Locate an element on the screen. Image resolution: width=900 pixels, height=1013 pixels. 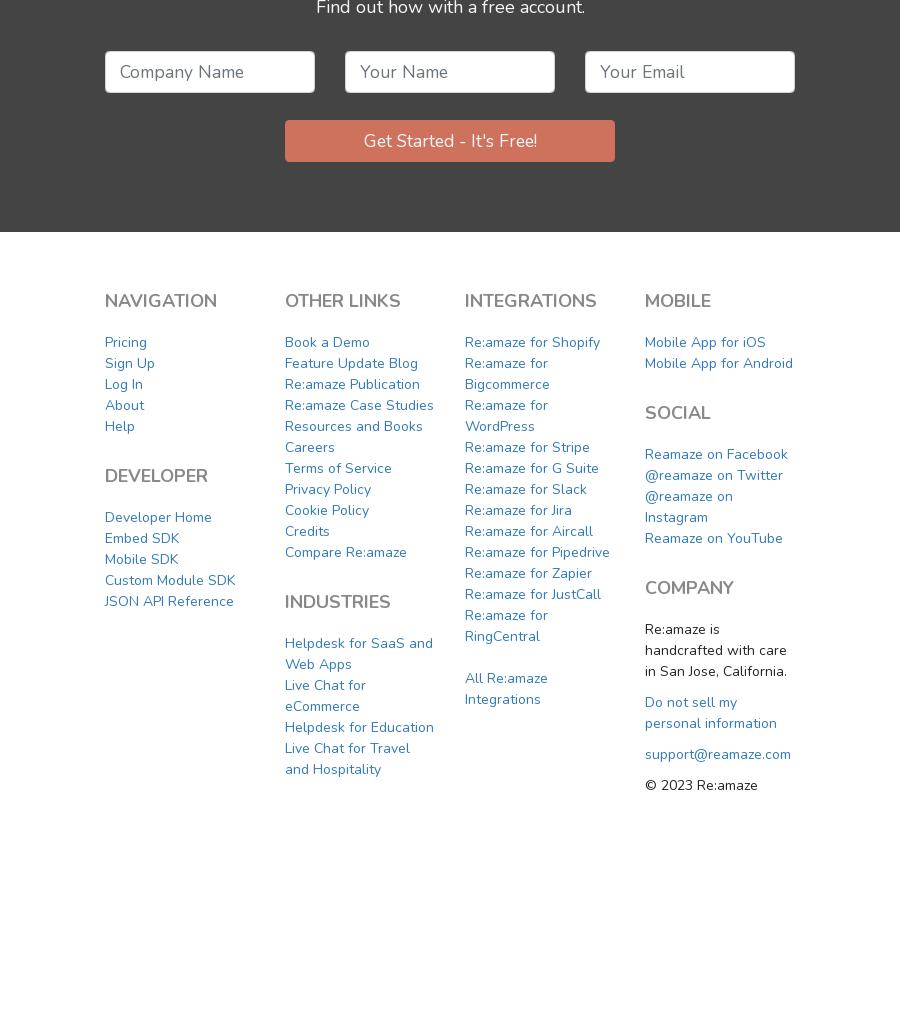
'Re:amaze for Slack' is located at coordinates (524, 487).